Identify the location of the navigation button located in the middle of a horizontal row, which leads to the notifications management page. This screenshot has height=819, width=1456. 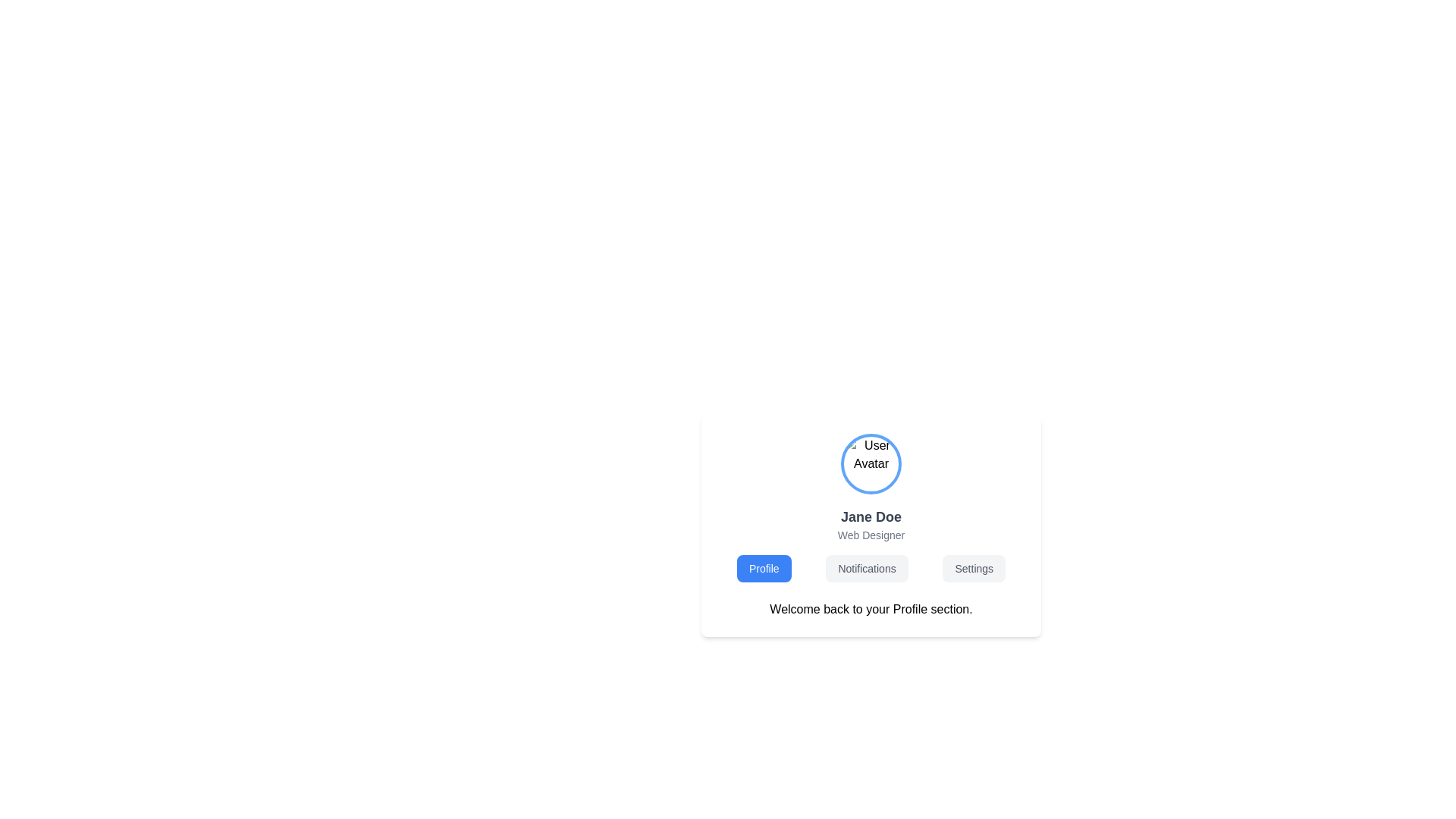
(867, 568).